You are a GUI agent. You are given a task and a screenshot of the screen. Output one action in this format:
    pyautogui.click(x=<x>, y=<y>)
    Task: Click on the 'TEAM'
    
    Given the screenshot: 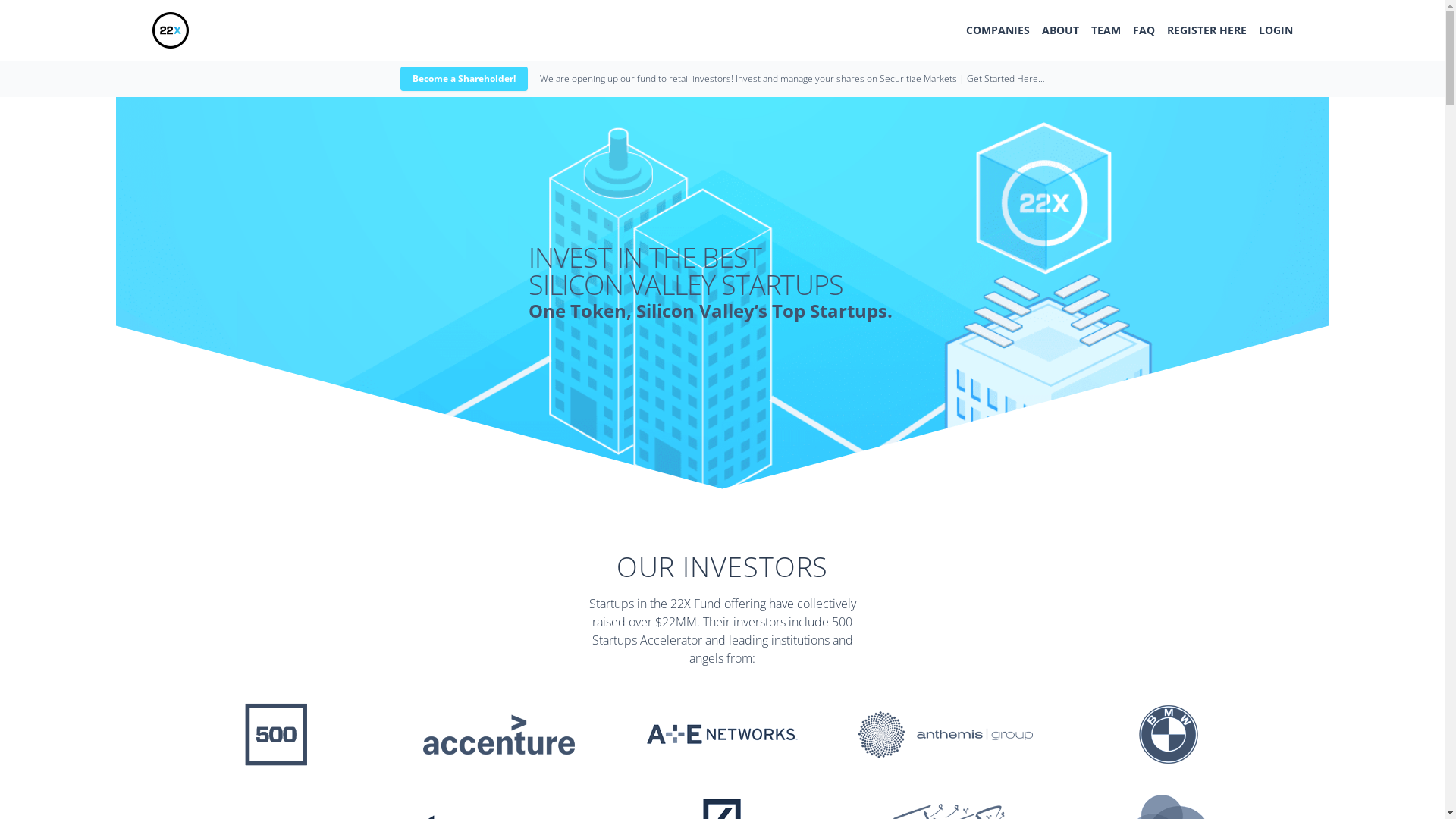 What is the action you would take?
    pyautogui.click(x=1105, y=30)
    